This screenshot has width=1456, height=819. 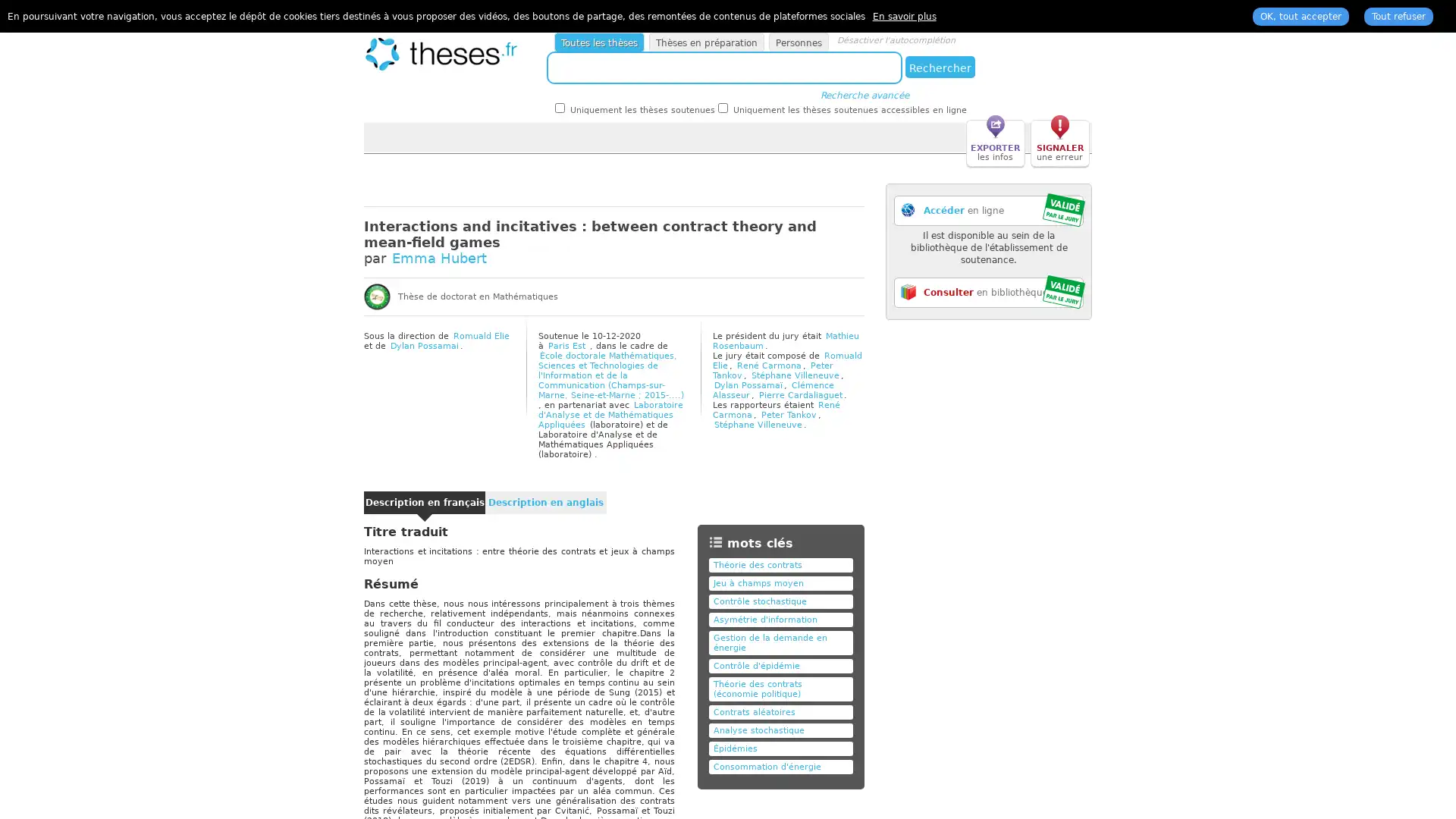 What do you see at coordinates (939, 66) in the screenshot?
I see `Rechercher` at bounding box center [939, 66].